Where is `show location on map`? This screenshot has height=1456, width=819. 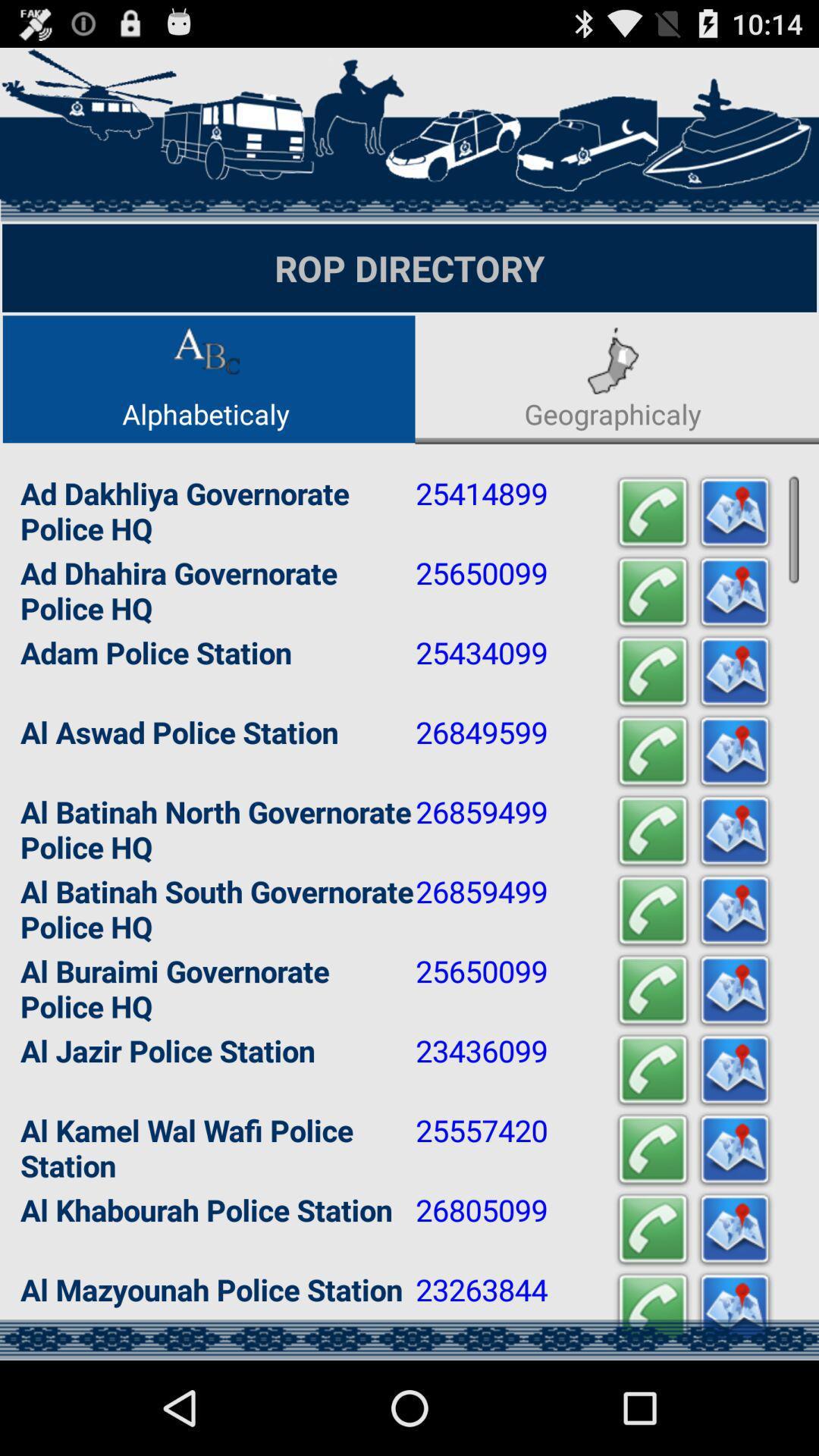
show location on map is located at coordinates (733, 1069).